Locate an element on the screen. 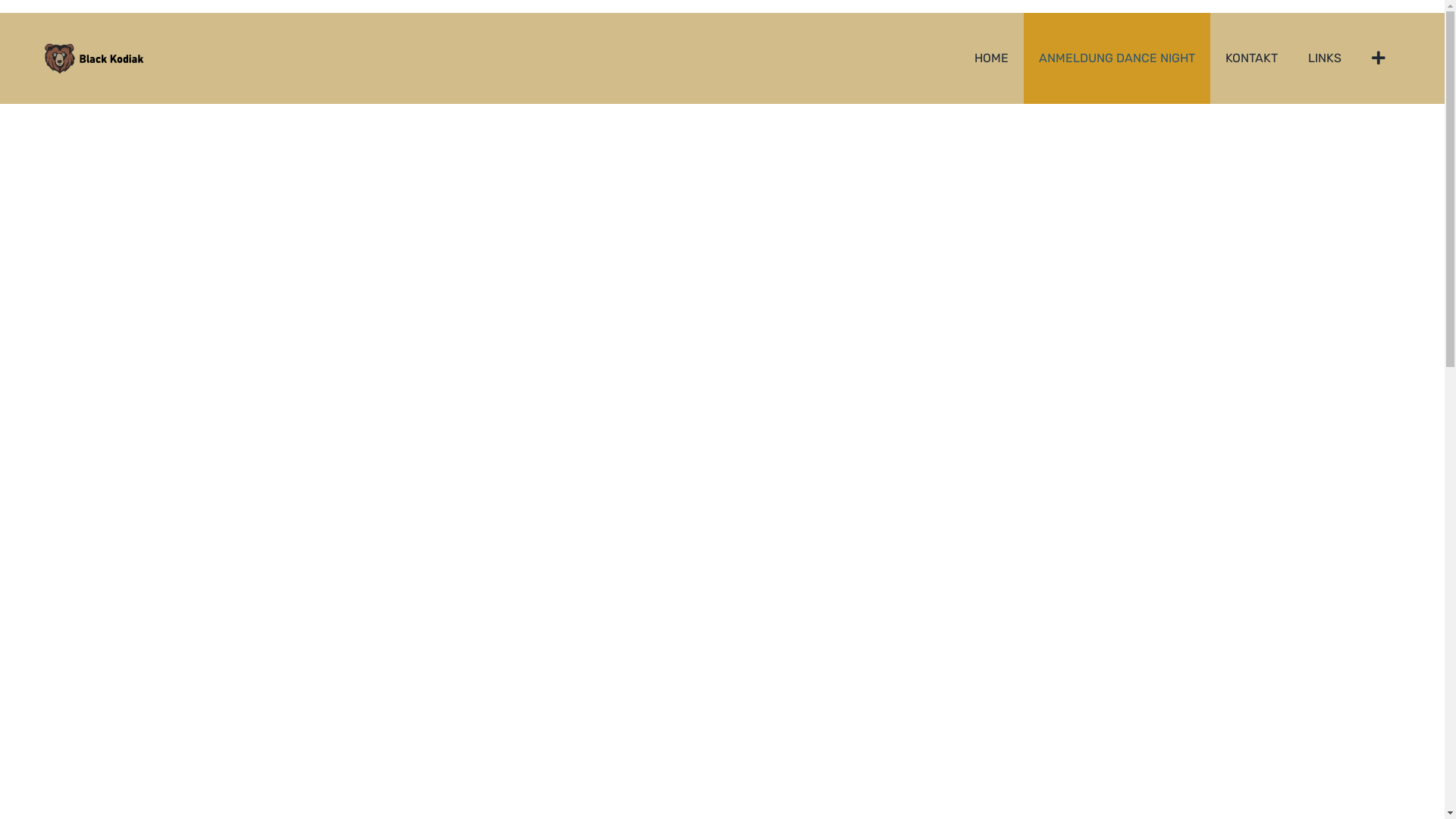 The height and width of the screenshot is (819, 1456). 'KONTAKT' is located at coordinates (1251, 58).